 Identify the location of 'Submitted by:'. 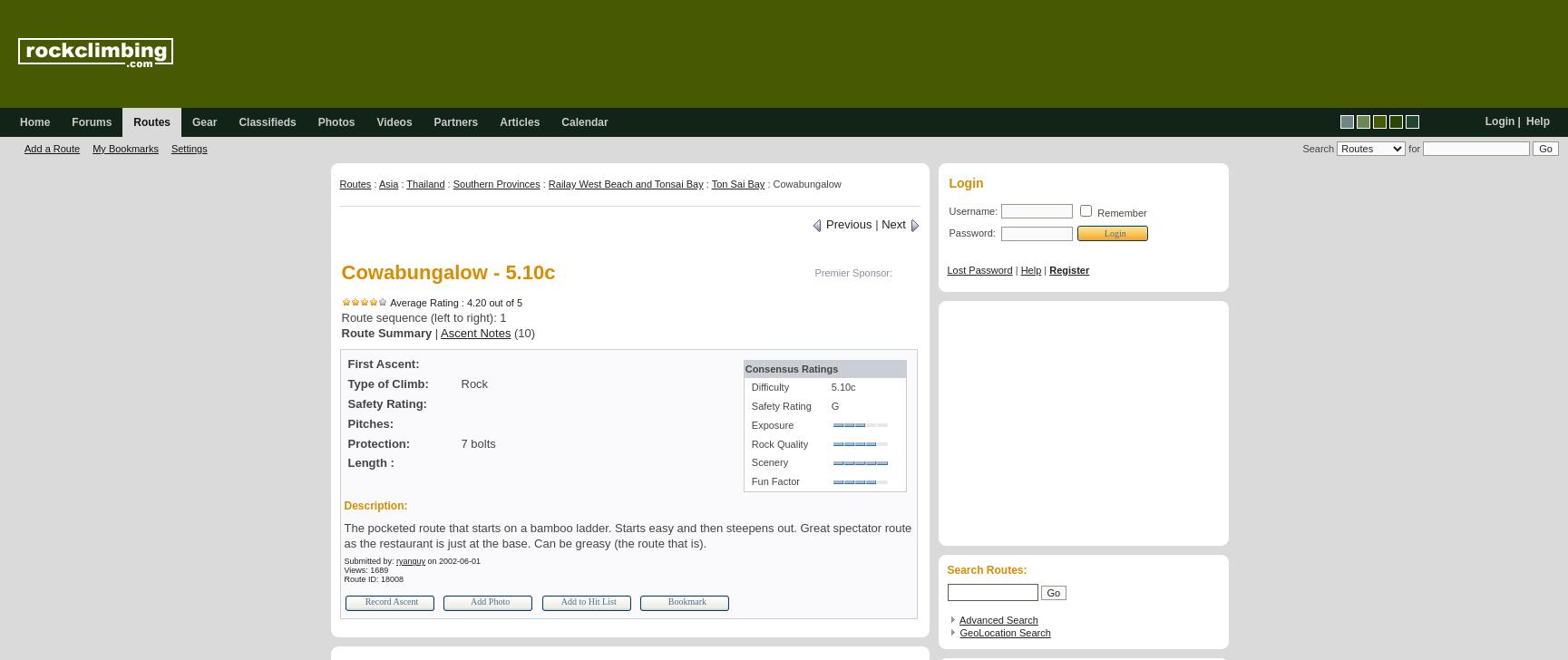
(369, 559).